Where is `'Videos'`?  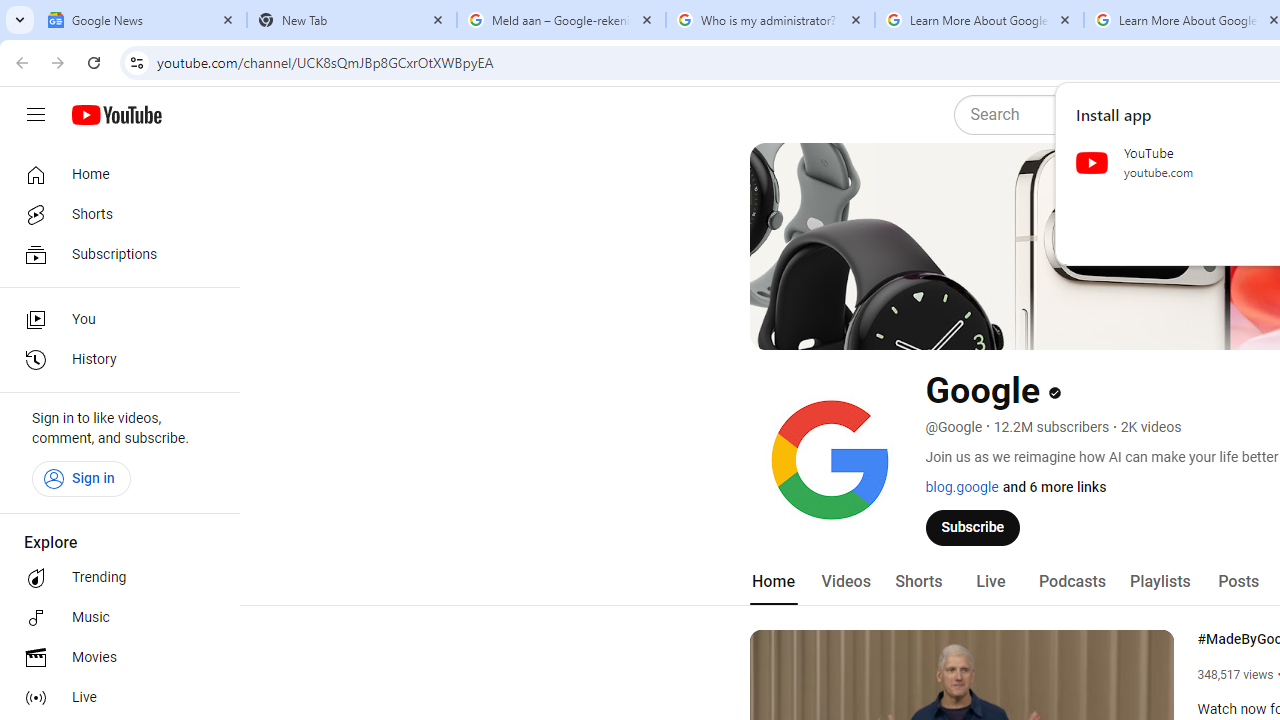 'Videos' is located at coordinates (845, 581).